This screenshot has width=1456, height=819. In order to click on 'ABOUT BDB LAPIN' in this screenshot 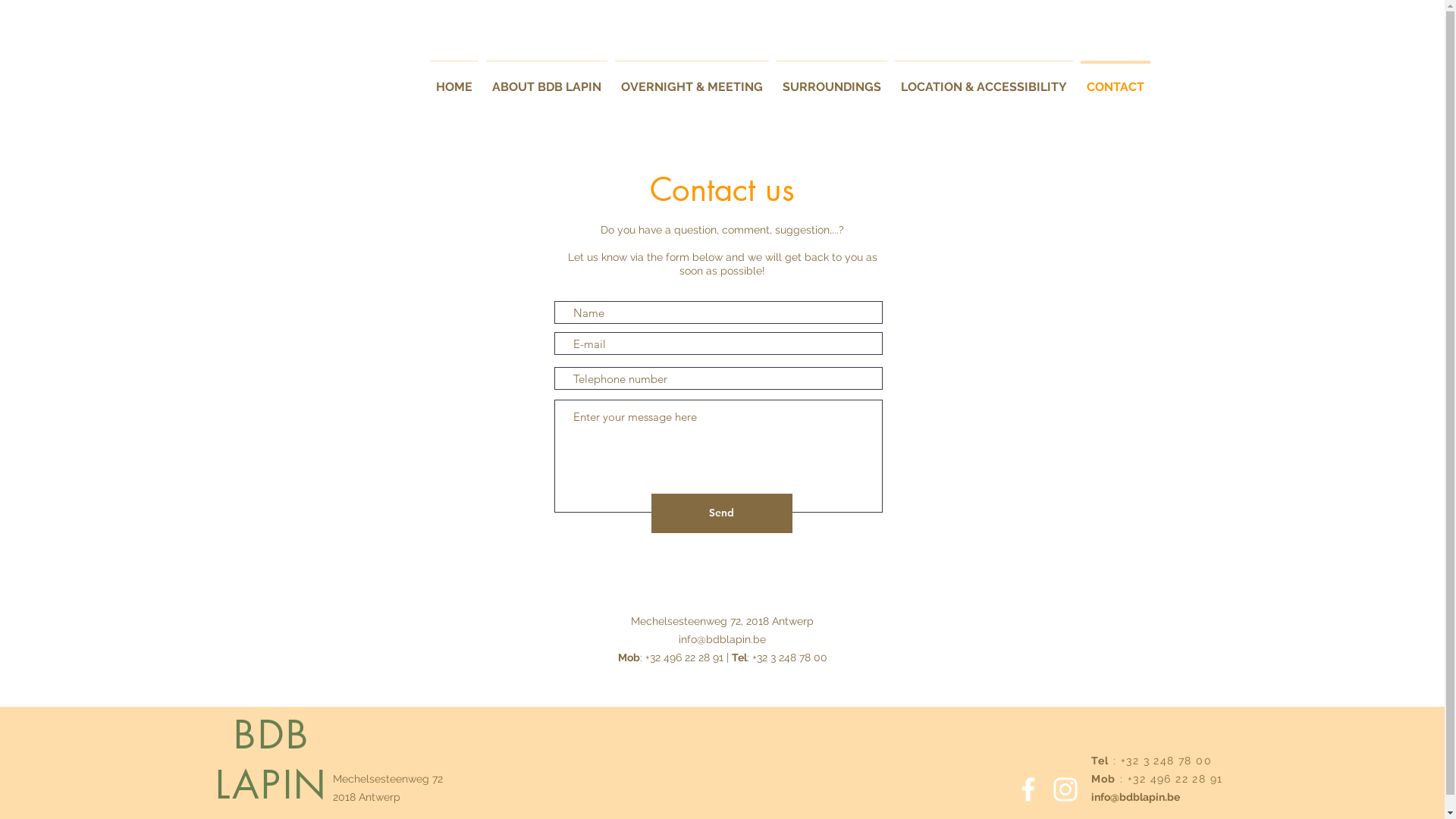, I will do `click(546, 80)`.